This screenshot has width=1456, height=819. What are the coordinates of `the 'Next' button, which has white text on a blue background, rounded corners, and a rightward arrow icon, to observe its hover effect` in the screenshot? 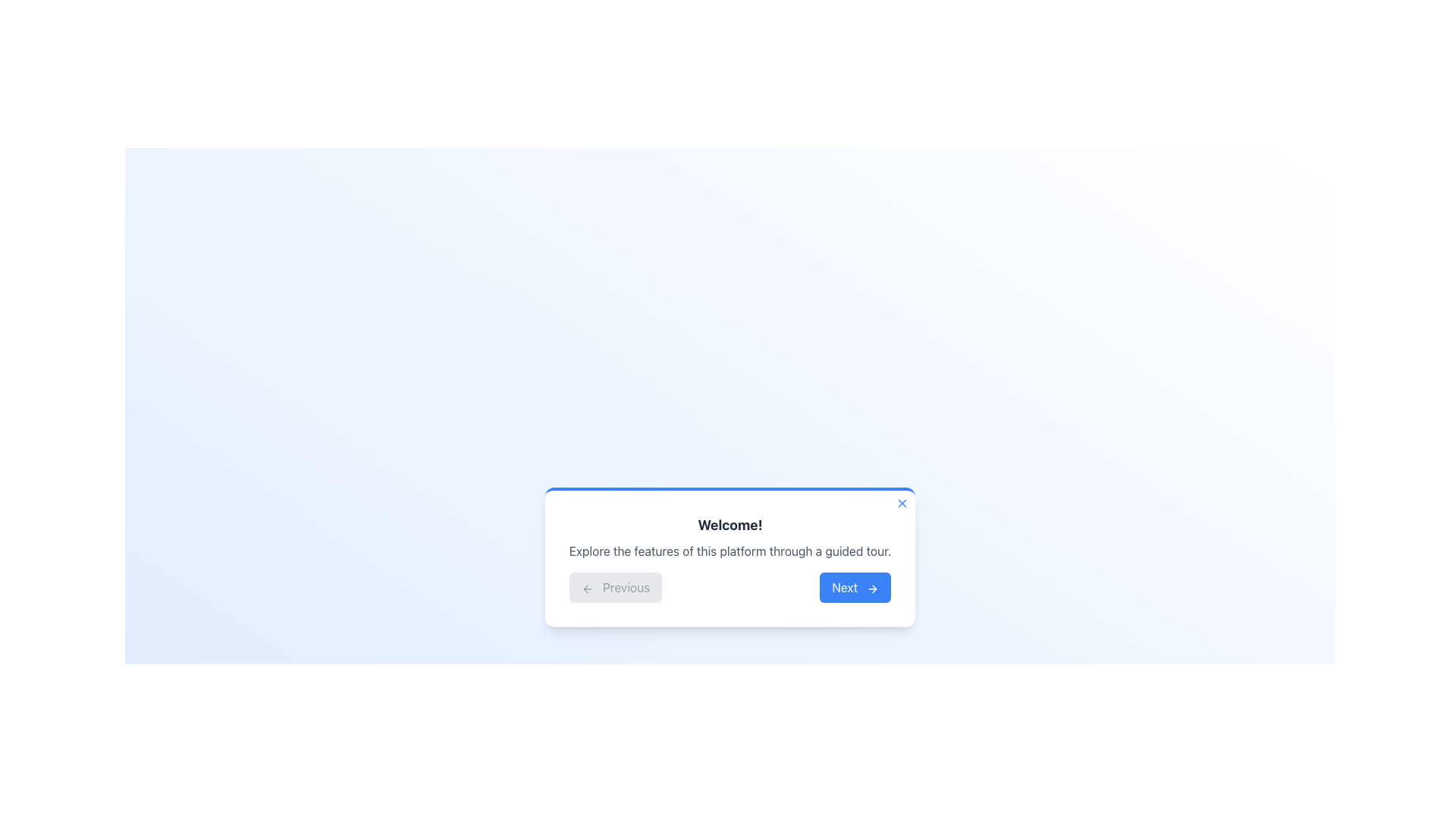 It's located at (855, 587).